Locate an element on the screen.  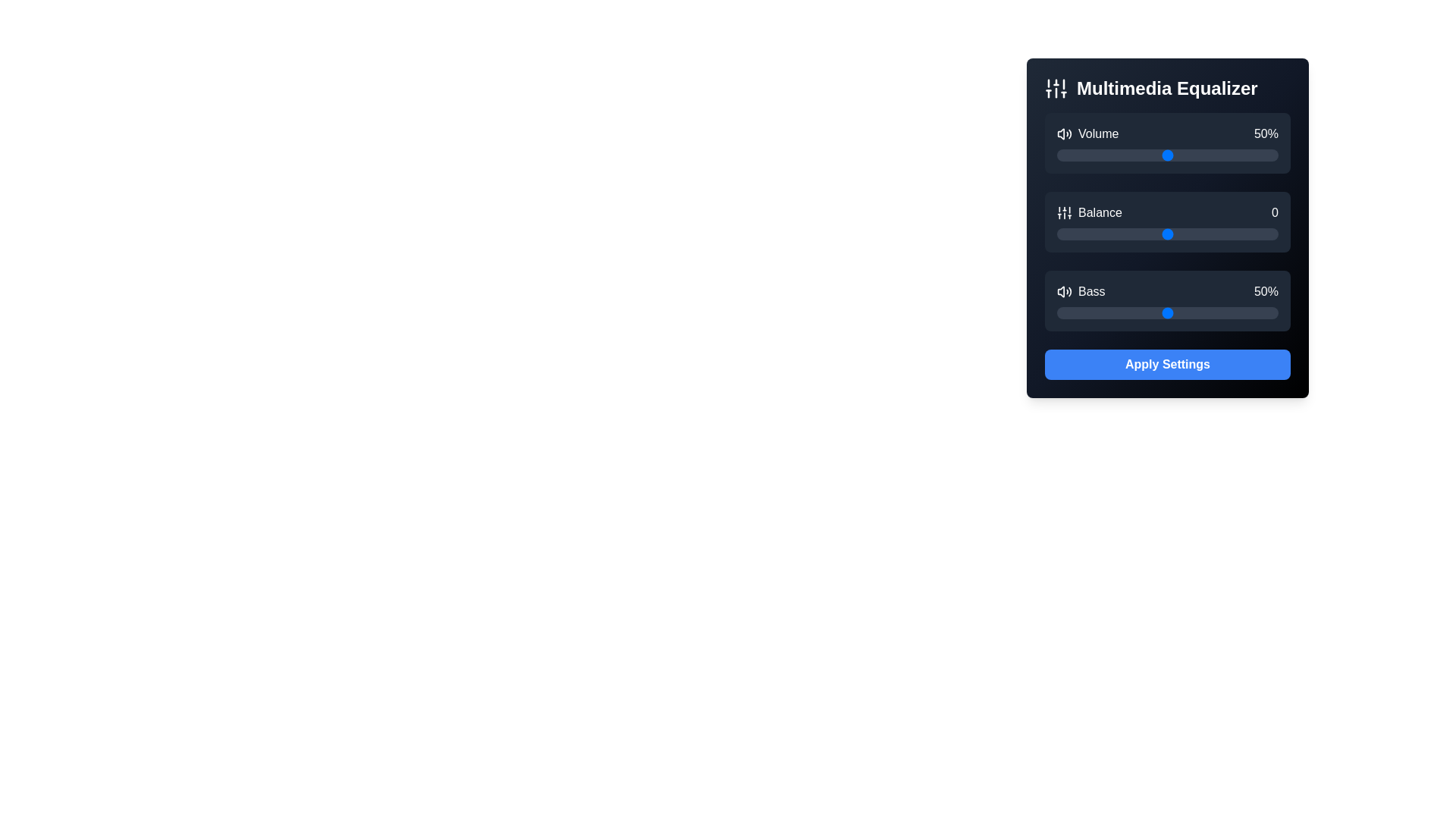
the bass level is located at coordinates (1197, 312).